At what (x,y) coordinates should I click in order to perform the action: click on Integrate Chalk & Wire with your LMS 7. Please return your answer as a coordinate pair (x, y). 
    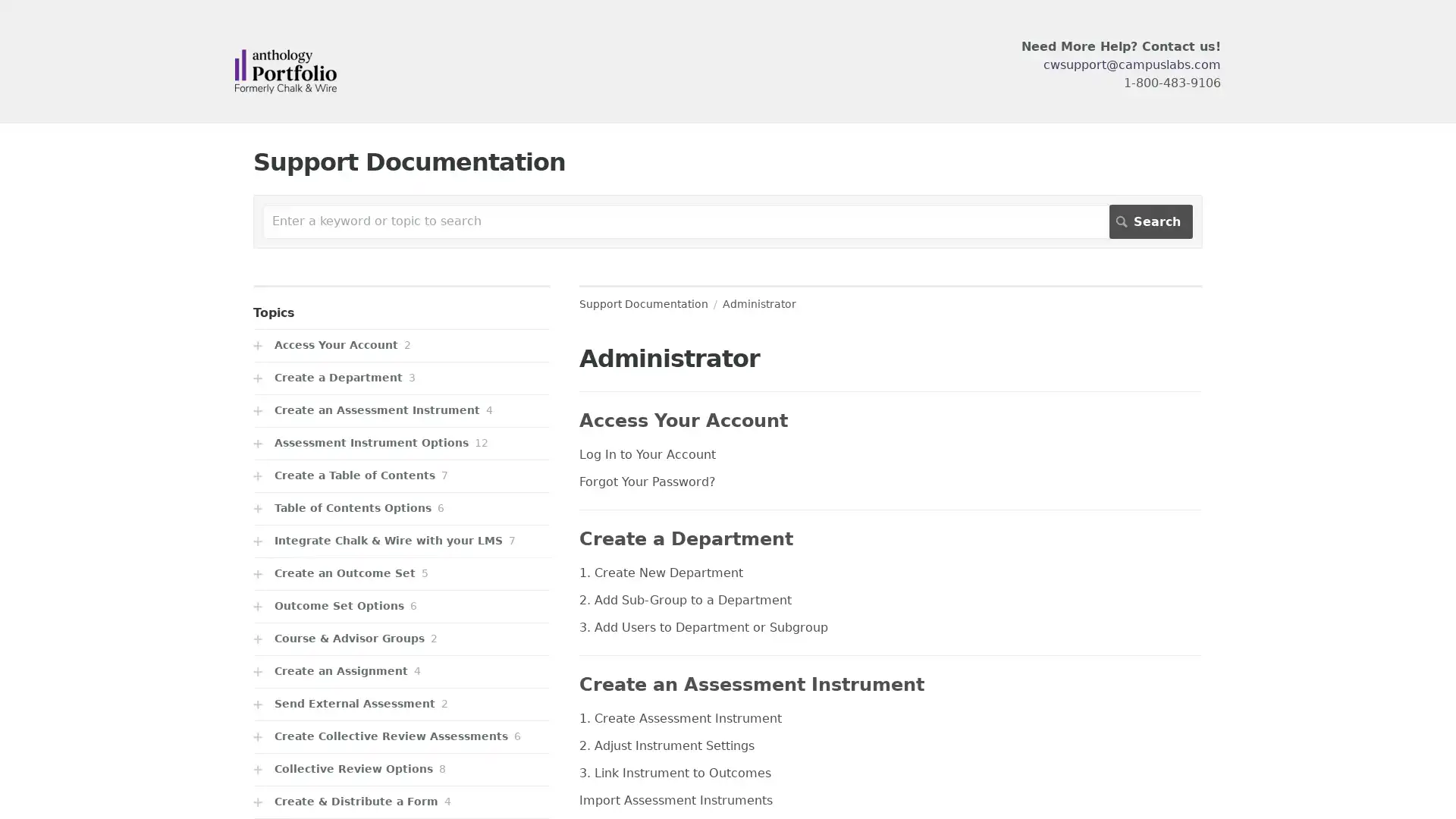
    Looking at the image, I should click on (401, 540).